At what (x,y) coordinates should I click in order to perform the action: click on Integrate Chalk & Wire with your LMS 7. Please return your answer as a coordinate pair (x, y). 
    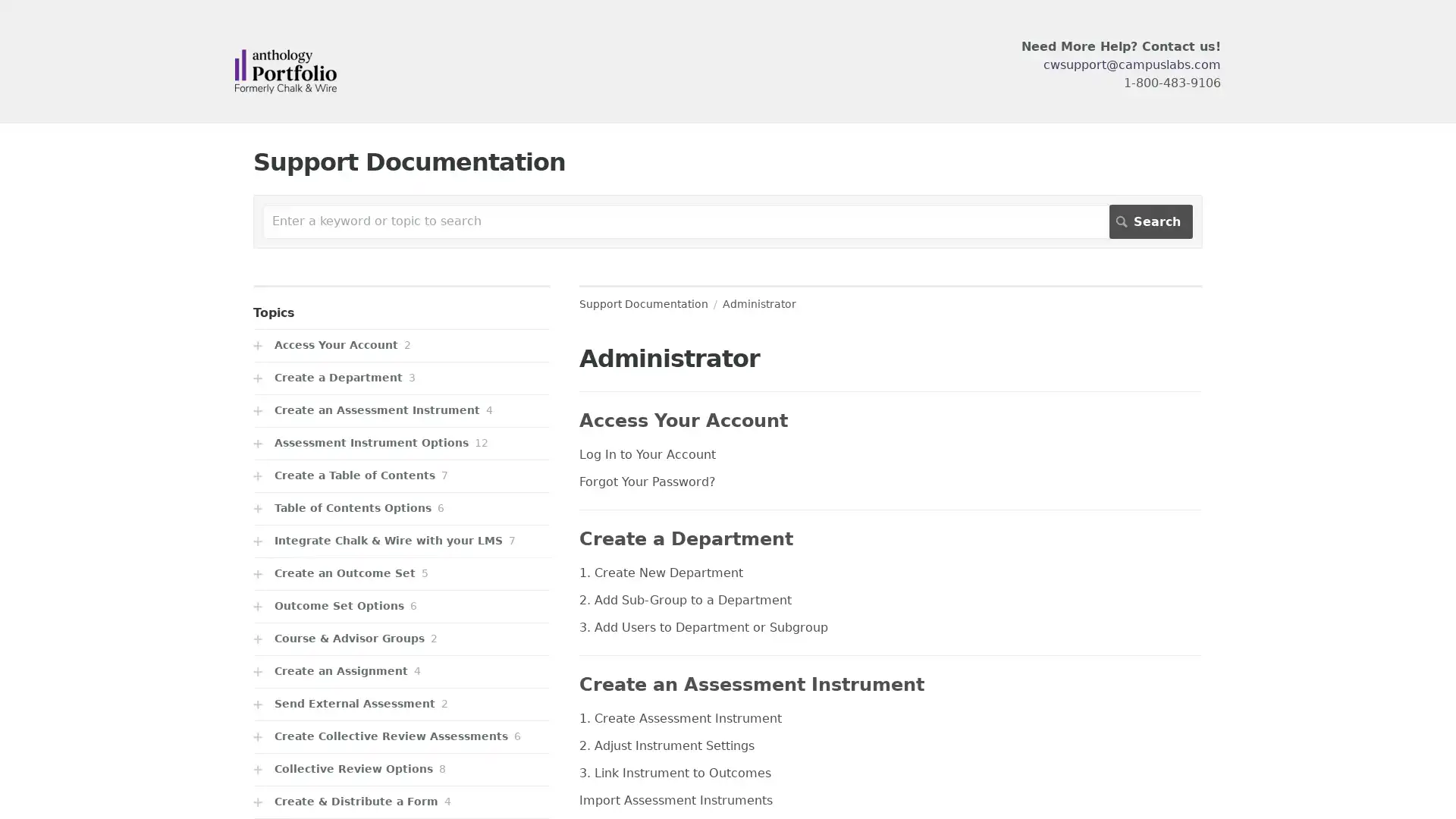
    Looking at the image, I should click on (401, 540).